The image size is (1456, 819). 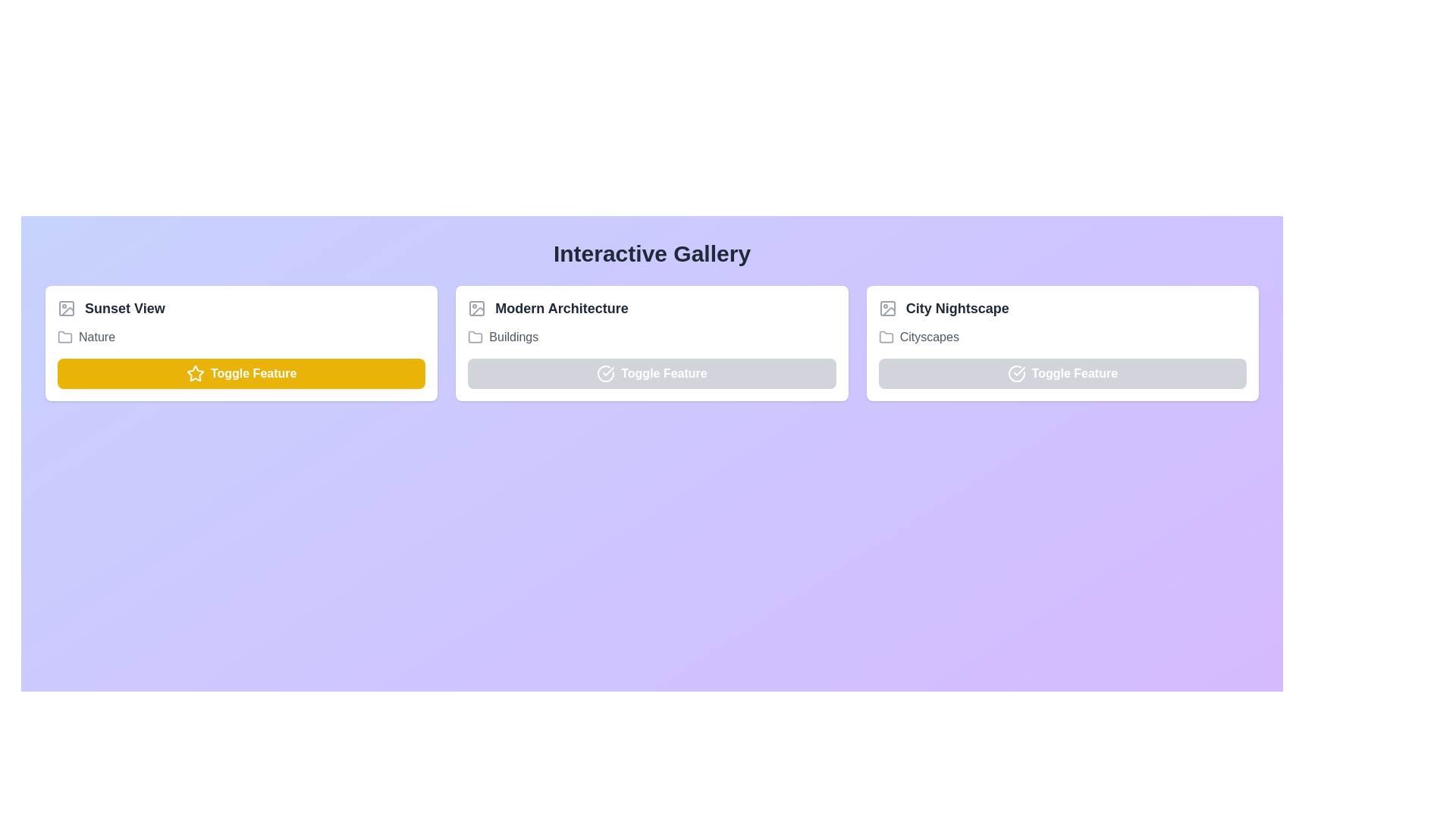 What do you see at coordinates (475, 336) in the screenshot?
I see `the folder icon located to the left of the 'Buildings' text label in the 'Modern Architecture' card` at bounding box center [475, 336].